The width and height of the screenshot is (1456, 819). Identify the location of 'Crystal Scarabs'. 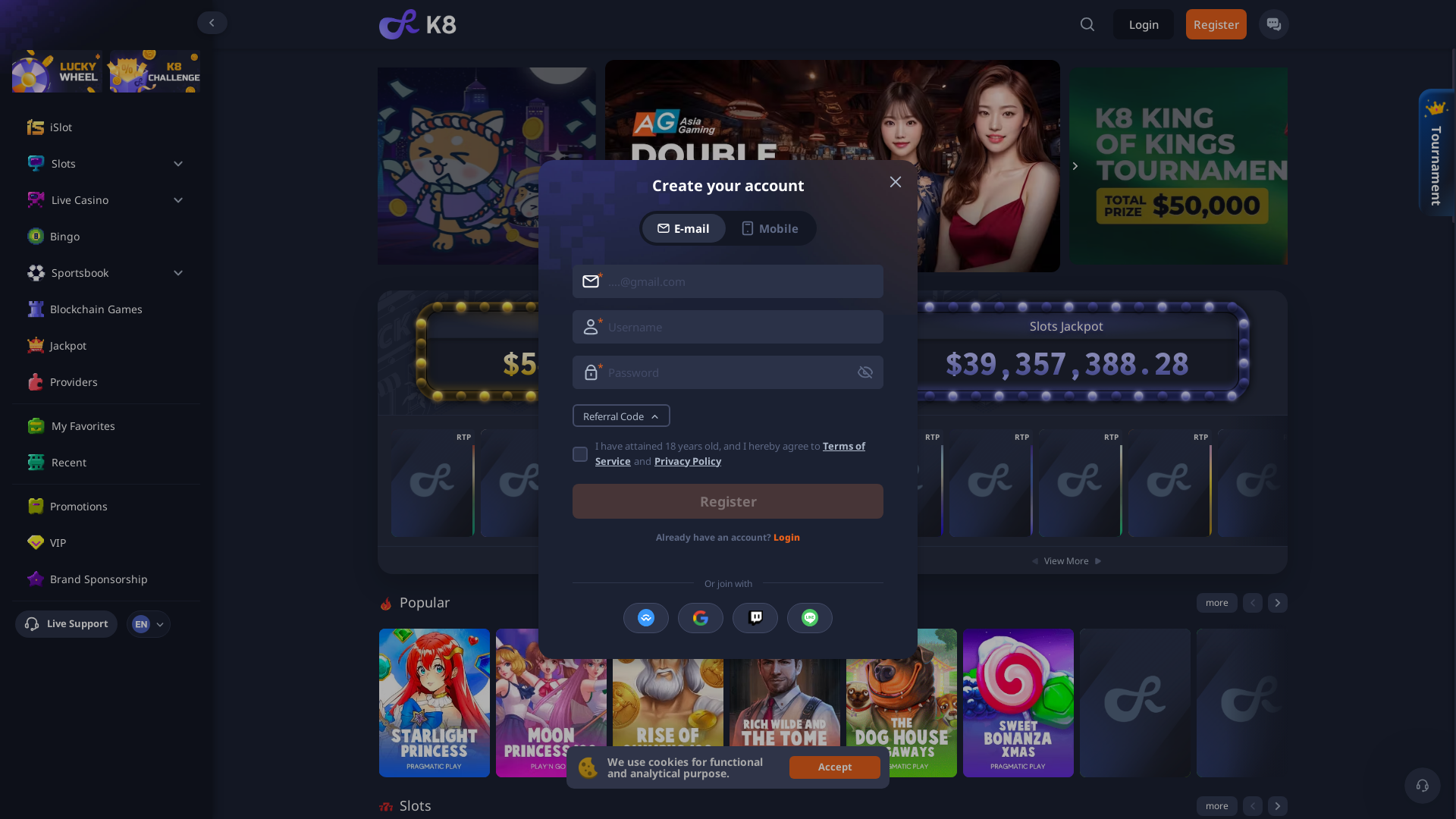
(902, 482).